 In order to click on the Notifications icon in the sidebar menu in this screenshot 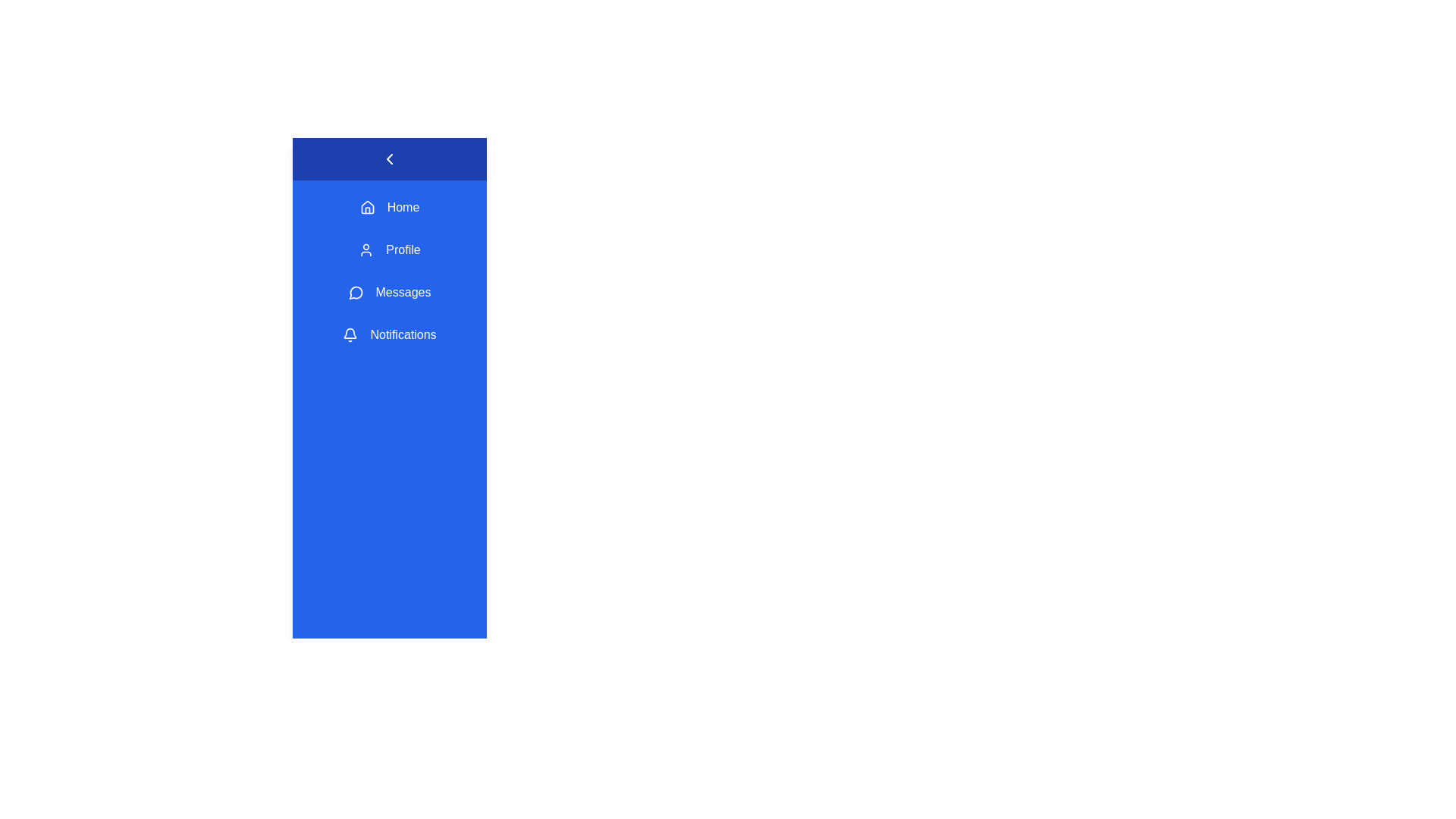, I will do `click(350, 334)`.